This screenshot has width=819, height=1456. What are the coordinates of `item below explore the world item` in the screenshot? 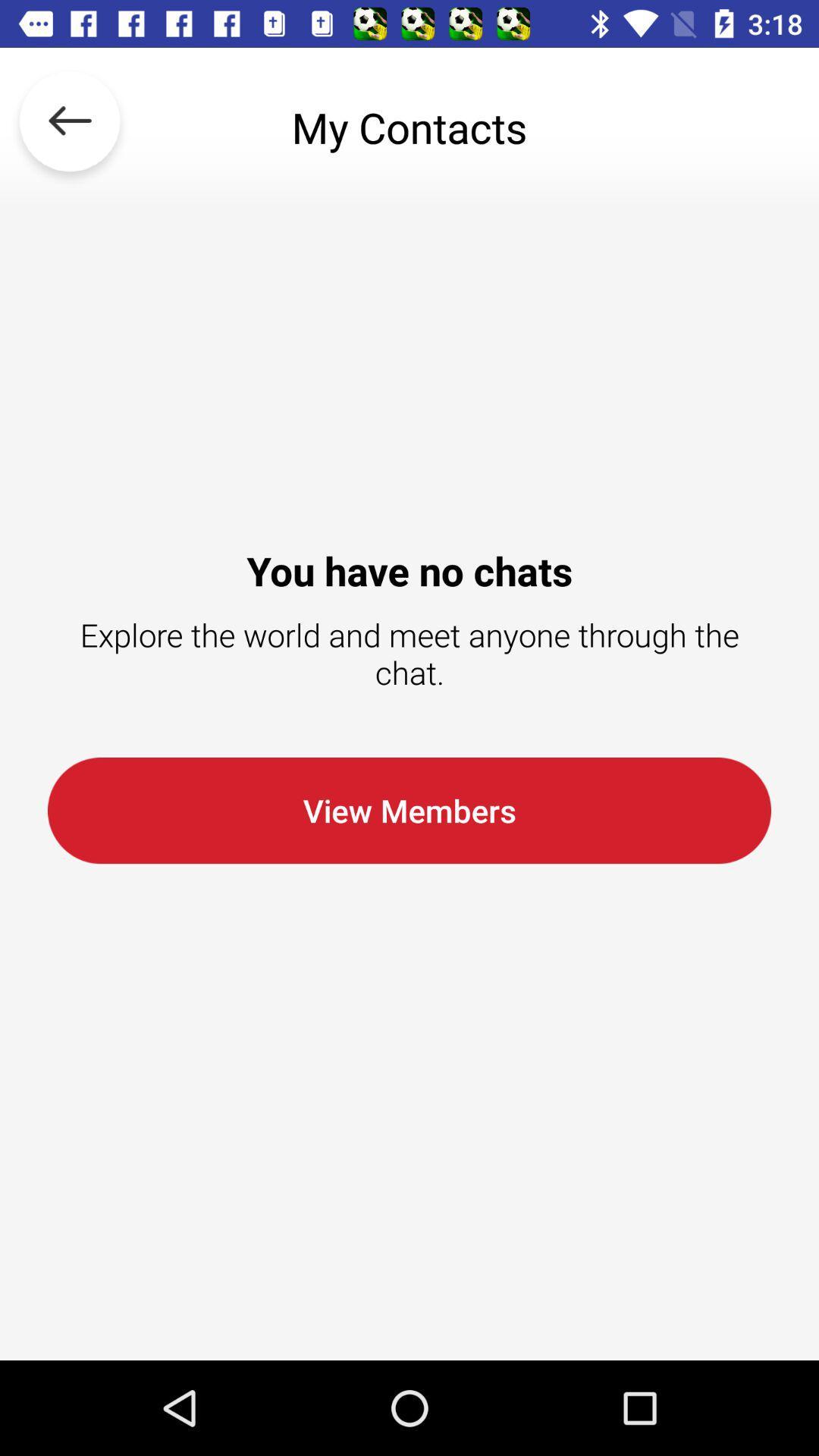 It's located at (409, 810).